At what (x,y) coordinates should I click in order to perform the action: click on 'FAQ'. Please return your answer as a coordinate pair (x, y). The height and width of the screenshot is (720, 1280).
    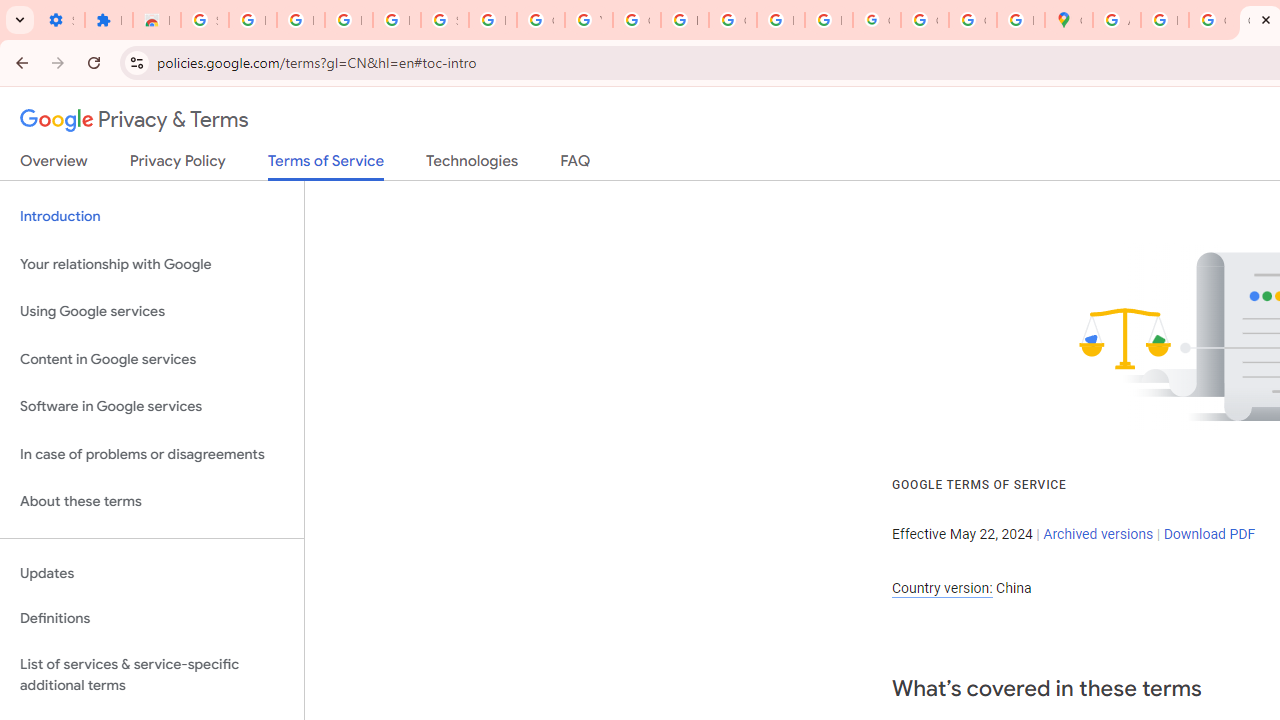
    Looking at the image, I should click on (575, 164).